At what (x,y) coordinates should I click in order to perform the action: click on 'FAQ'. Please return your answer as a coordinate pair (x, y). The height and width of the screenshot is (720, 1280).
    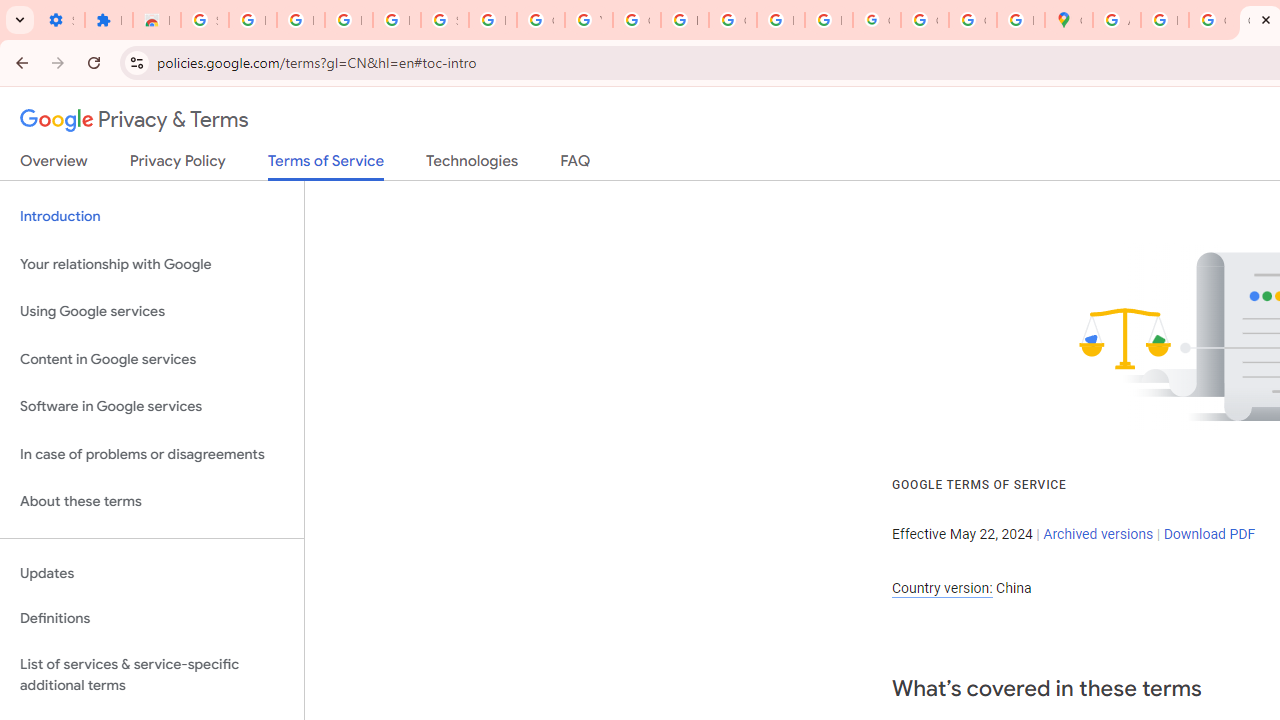
    Looking at the image, I should click on (575, 164).